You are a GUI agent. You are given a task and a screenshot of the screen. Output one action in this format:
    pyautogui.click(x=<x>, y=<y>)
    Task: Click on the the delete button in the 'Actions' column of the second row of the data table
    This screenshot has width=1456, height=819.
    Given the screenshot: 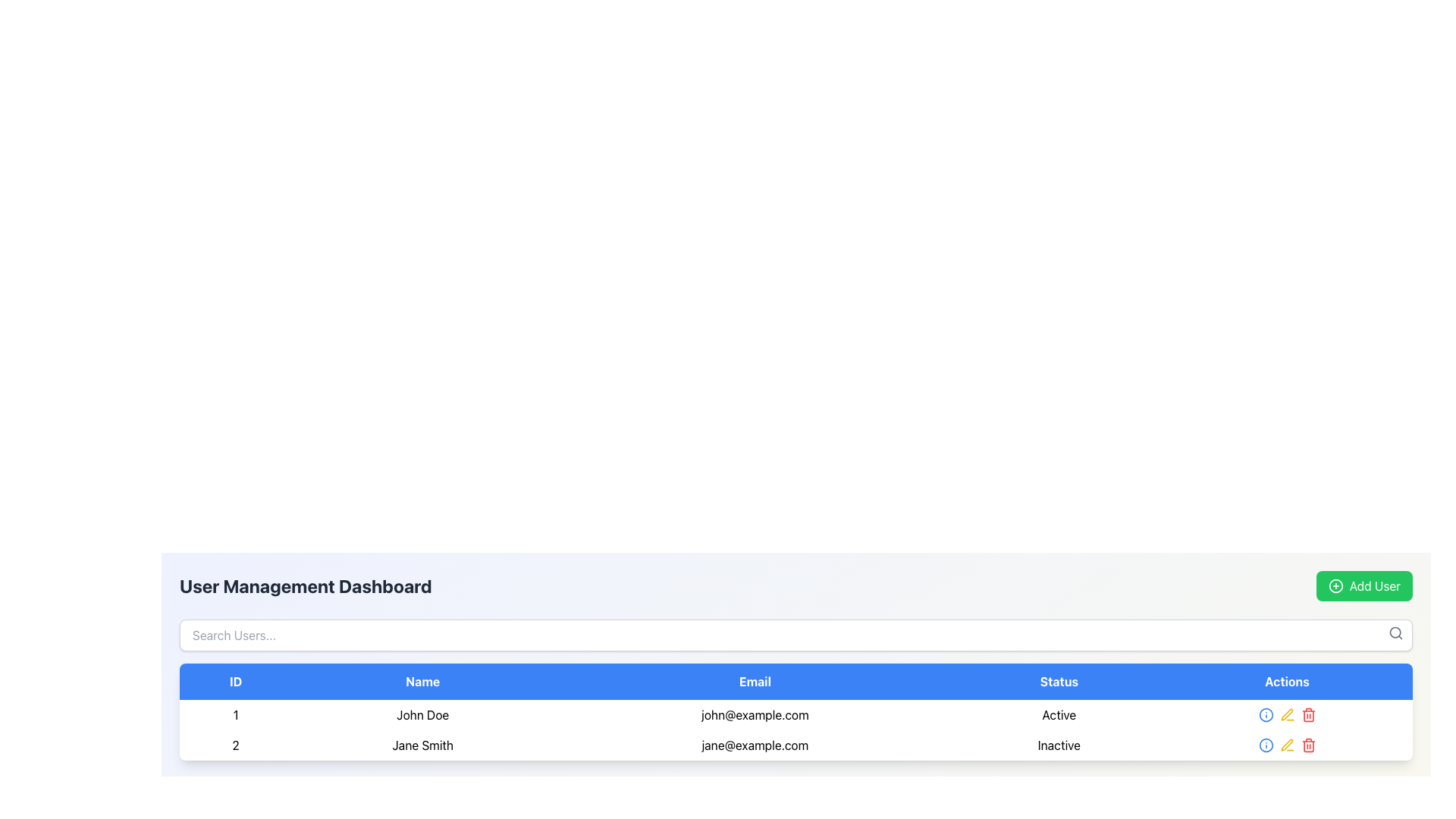 What is the action you would take?
    pyautogui.click(x=1307, y=745)
    